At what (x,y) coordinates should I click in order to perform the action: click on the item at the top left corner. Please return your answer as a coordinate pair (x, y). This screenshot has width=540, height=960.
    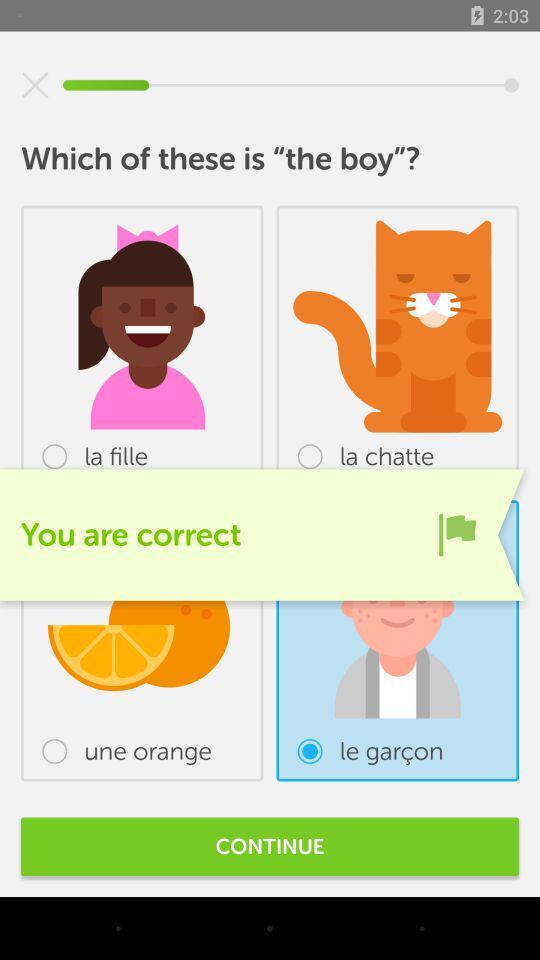
    Looking at the image, I should click on (35, 85).